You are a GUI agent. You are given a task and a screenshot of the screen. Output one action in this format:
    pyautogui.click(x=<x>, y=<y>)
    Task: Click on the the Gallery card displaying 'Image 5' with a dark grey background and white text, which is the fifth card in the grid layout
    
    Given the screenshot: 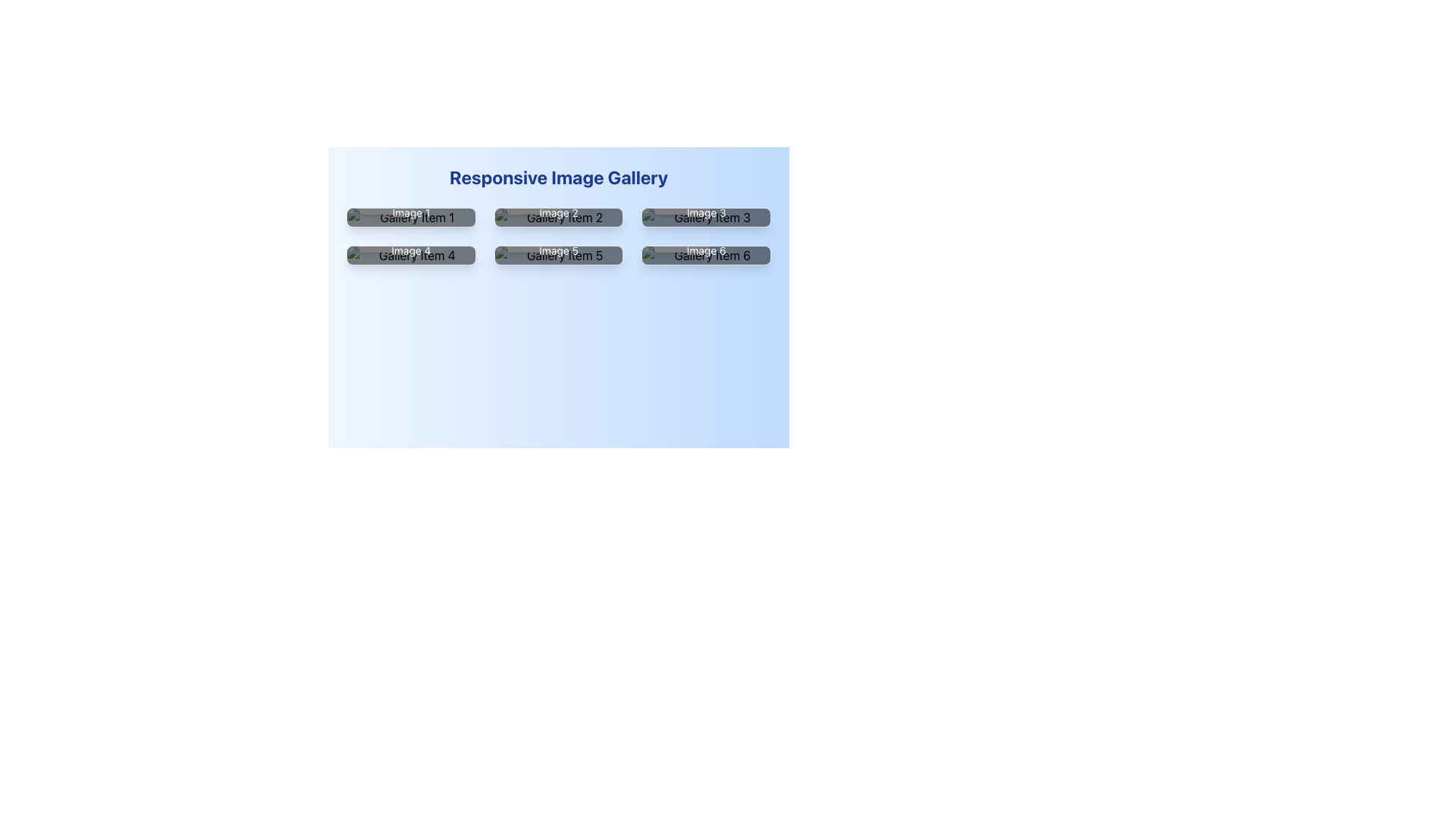 What is the action you would take?
    pyautogui.click(x=557, y=254)
    